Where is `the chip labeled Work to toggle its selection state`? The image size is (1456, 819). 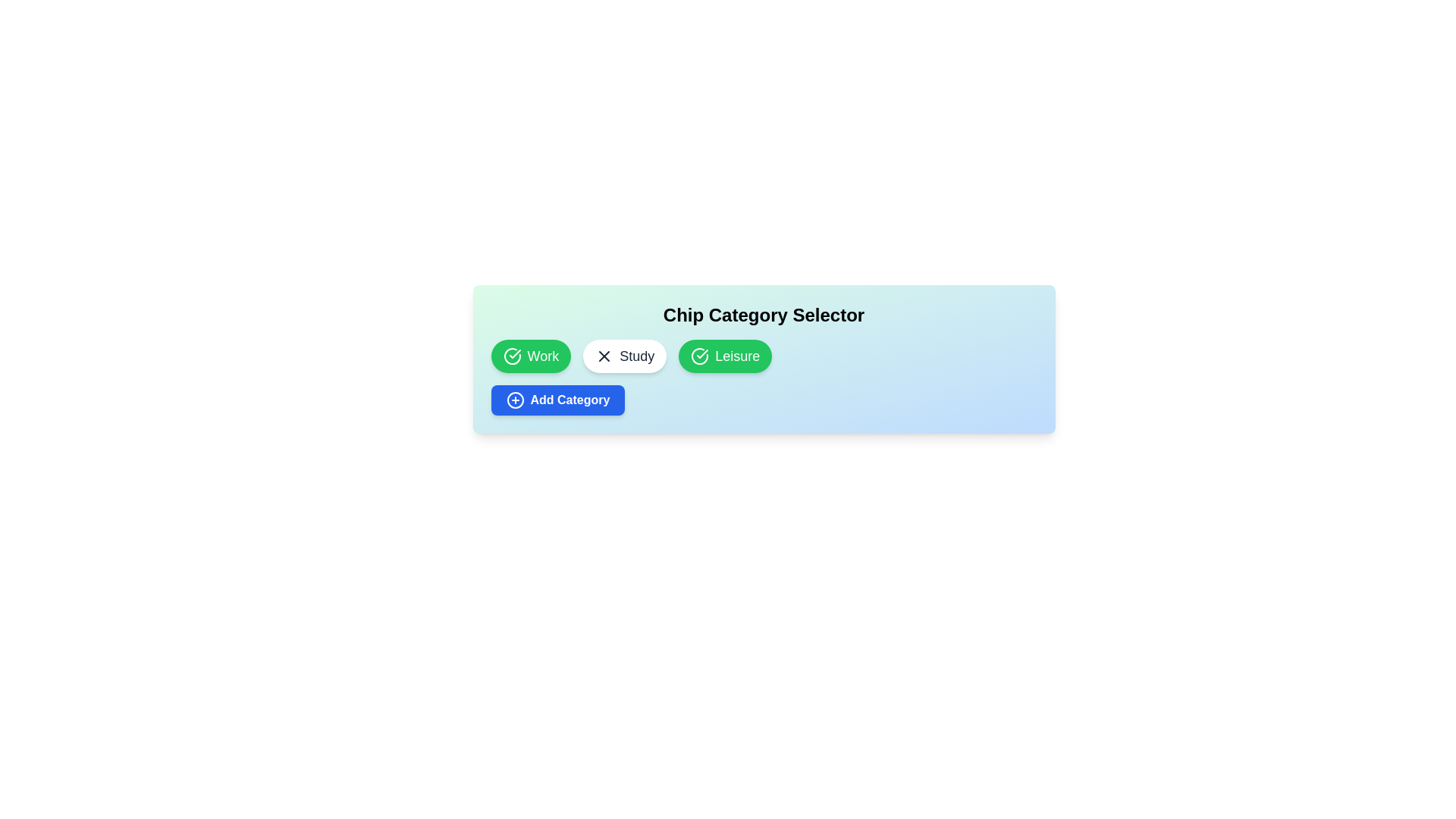 the chip labeled Work to toggle its selection state is located at coordinates (531, 356).